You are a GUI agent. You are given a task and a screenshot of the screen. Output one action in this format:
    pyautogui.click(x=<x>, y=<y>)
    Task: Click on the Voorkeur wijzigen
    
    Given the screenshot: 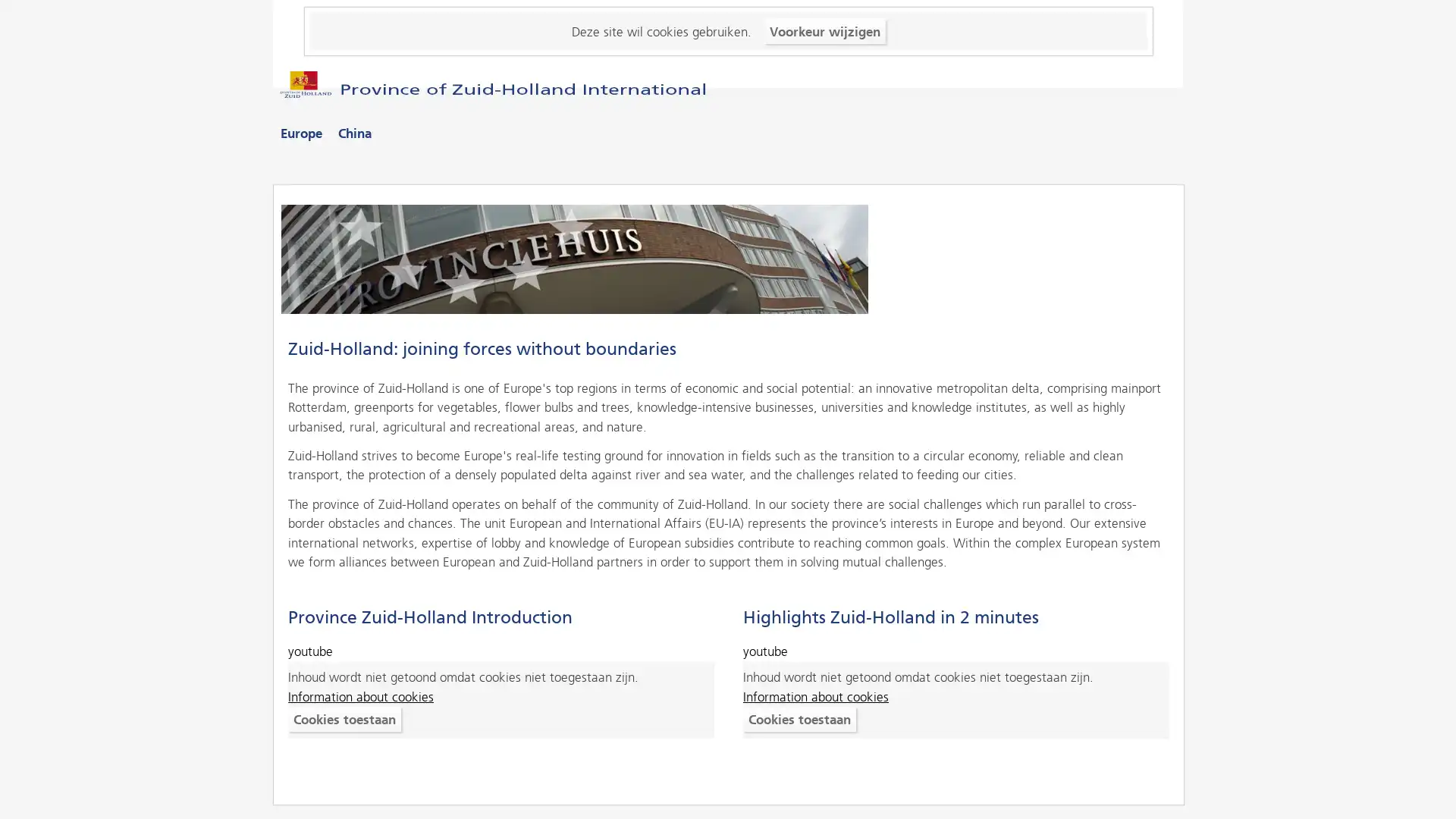 What is the action you would take?
    pyautogui.click(x=823, y=30)
    